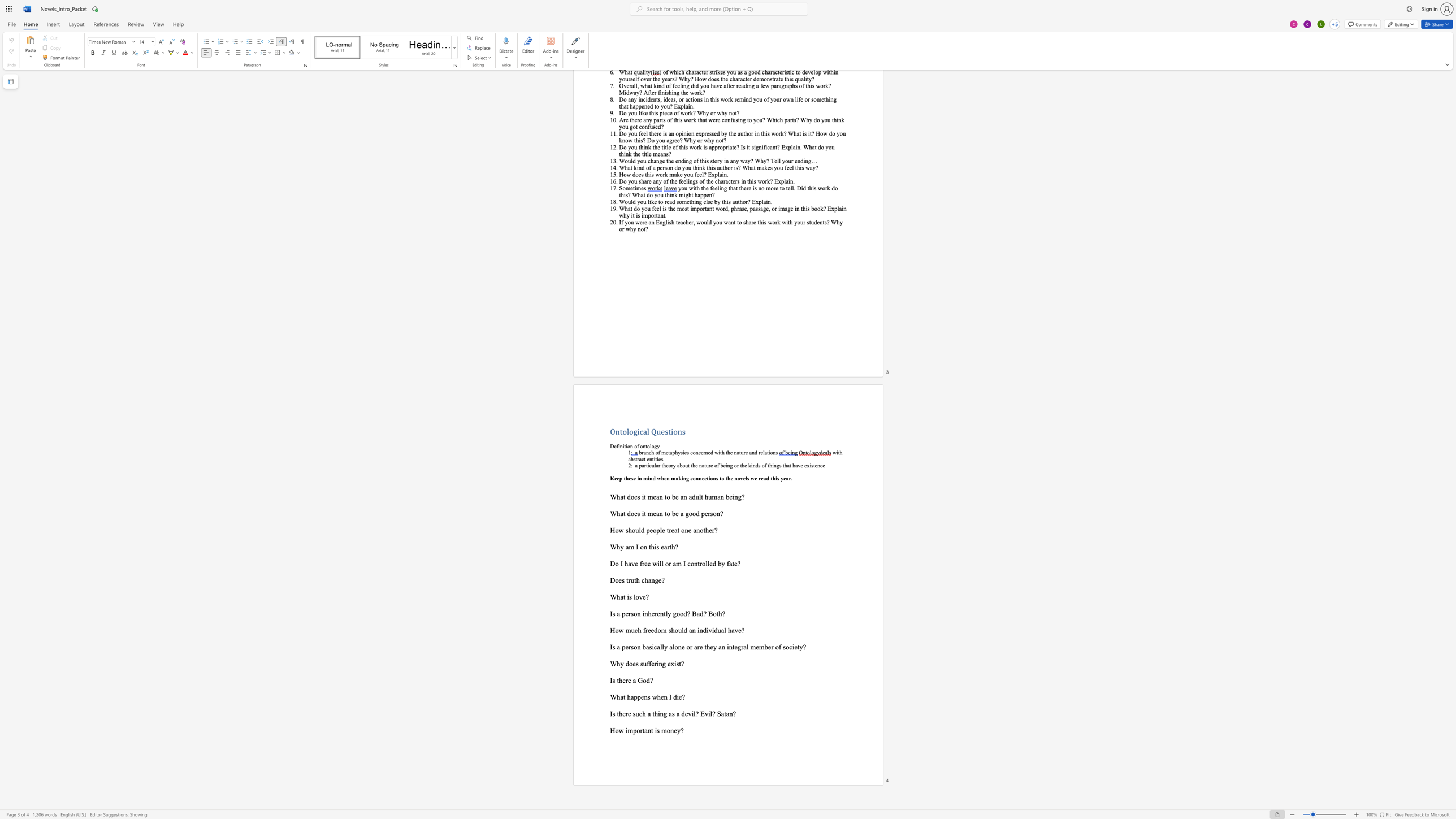 This screenshot has height=819, width=1456. Describe the element at coordinates (611, 647) in the screenshot. I see `the 1th character "I" in the text` at that location.